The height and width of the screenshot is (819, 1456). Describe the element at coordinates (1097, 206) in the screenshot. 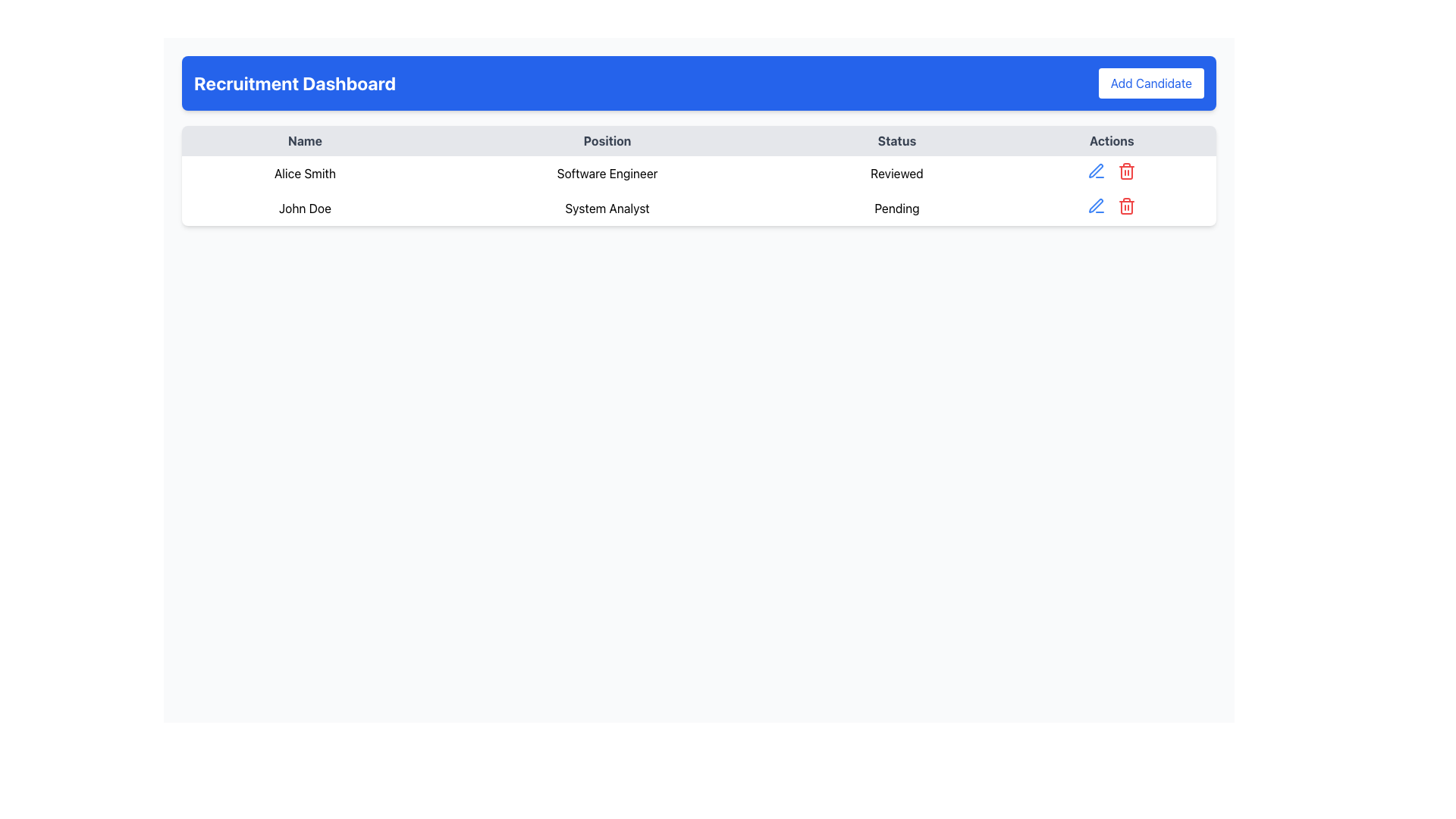

I see `the pen icon button located in the actions column of the second row of the table, which is adjacent to the red trash can icon` at that location.